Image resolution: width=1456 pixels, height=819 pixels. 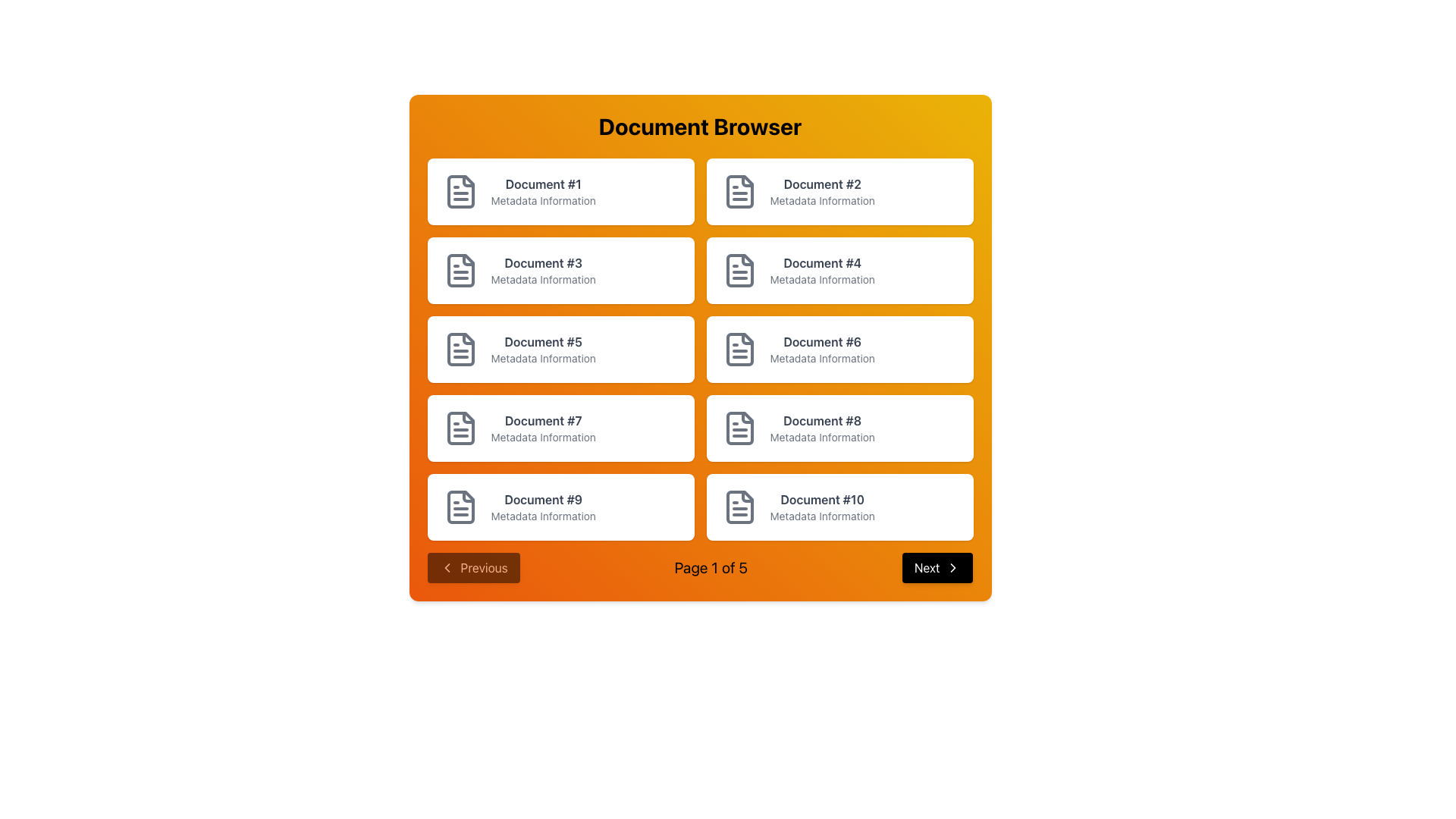 I want to click on the informational display header for 'Document #2', located in the top row of the grid layout, second column from the left, so click(x=821, y=191).